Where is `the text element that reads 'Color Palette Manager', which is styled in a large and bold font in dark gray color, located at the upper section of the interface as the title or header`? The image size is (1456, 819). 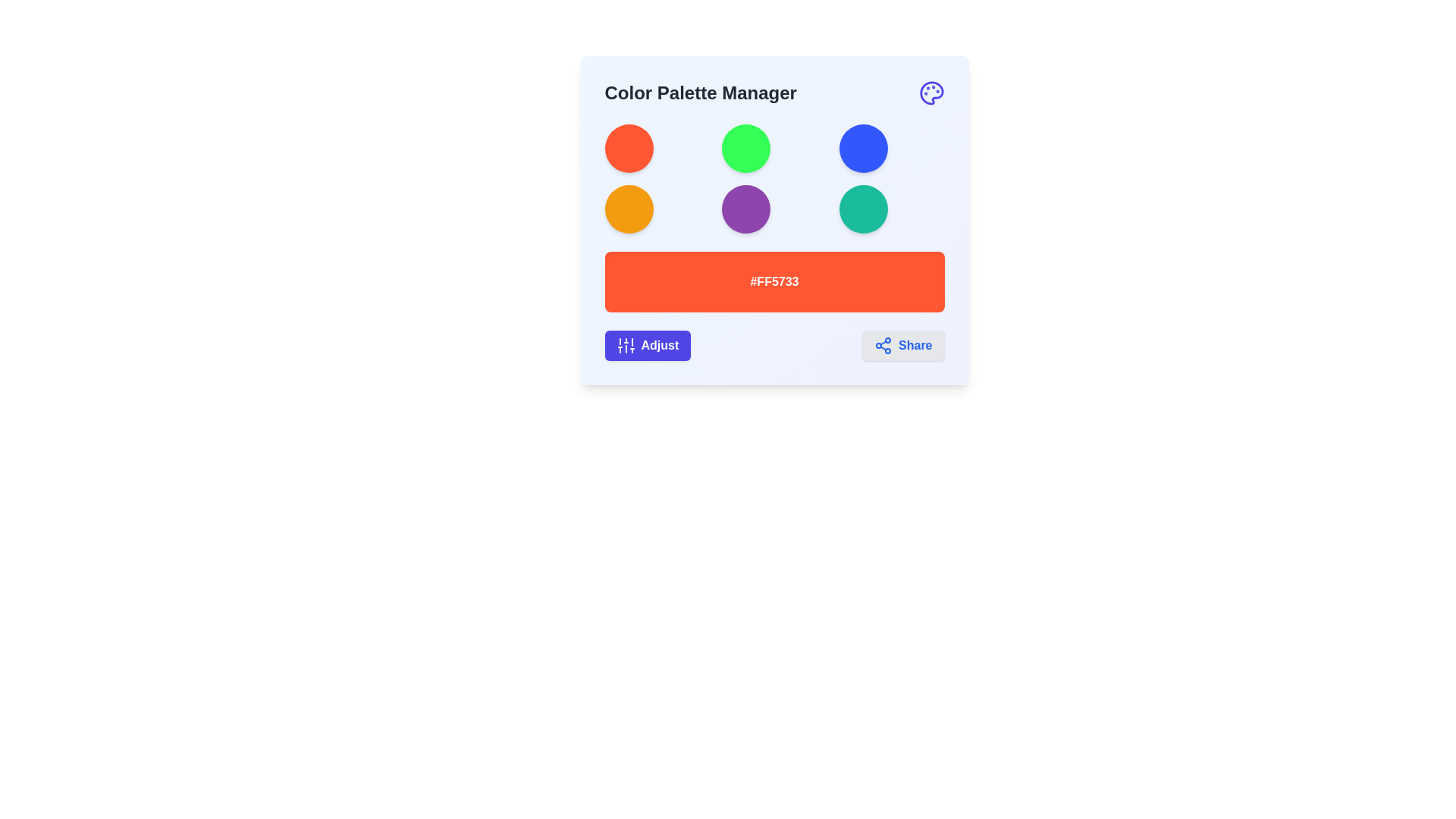 the text element that reads 'Color Palette Manager', which is styled in a large and bold font in dark gray color, located at the upper section of the interface as the title or header is located at coordinates (700, 93).